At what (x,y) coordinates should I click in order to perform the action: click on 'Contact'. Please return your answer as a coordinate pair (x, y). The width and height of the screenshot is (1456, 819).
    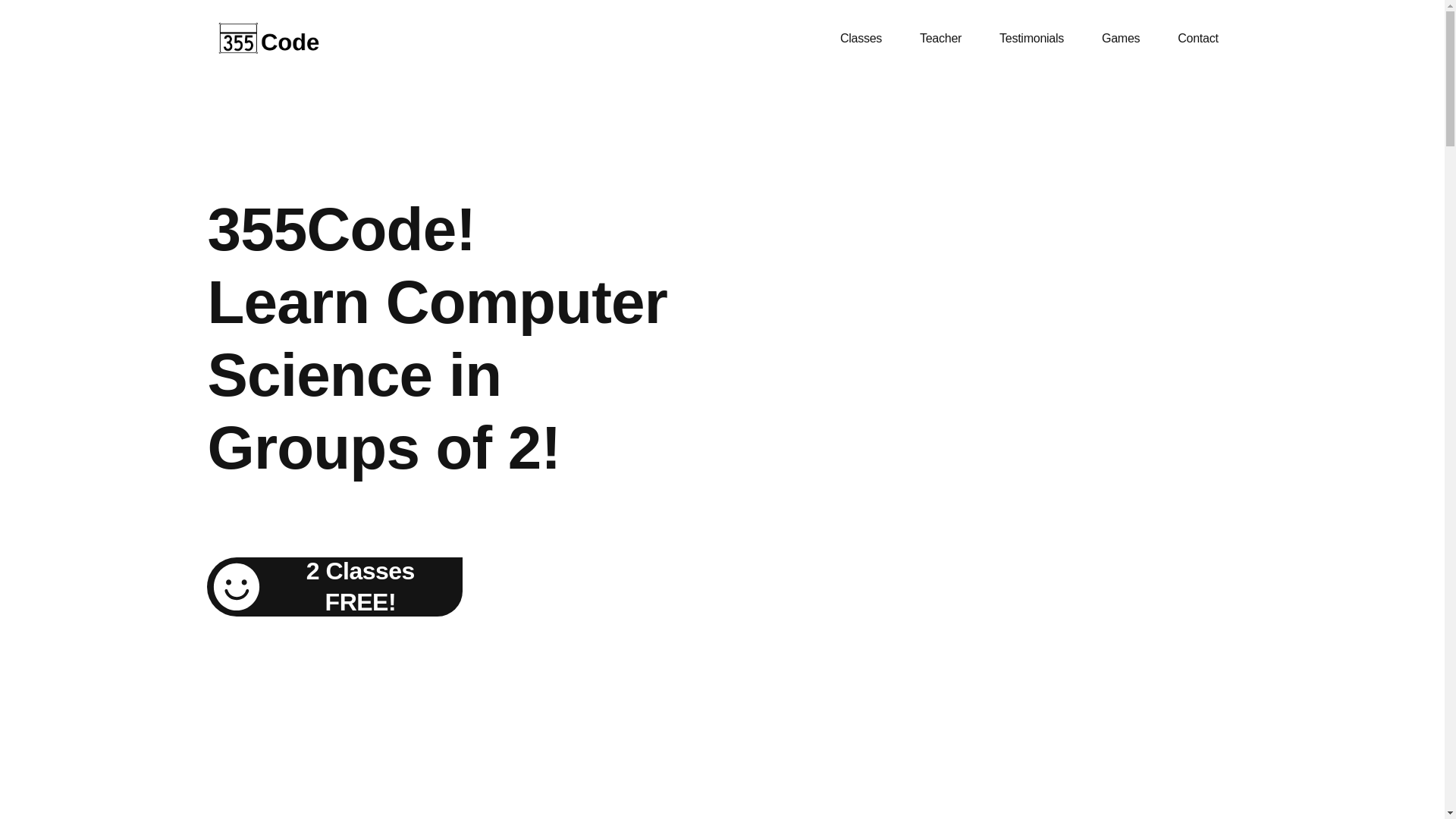
    Looking at the image, I should click on (1197, 37).